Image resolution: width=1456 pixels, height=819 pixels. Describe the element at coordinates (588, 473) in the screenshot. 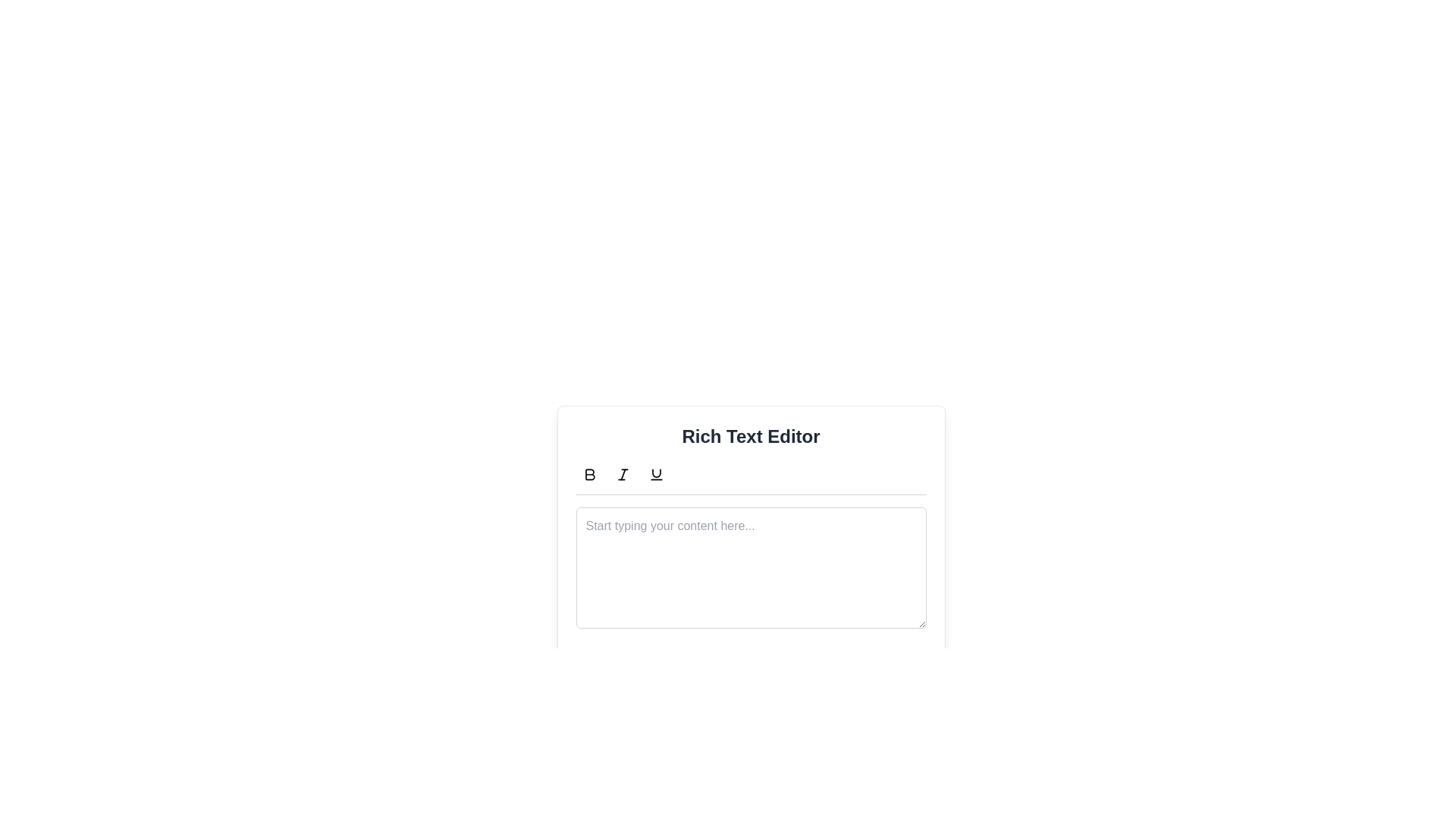

I see `the bold text formatting button located in the top-left corner of the rich text editor panel` at that location.